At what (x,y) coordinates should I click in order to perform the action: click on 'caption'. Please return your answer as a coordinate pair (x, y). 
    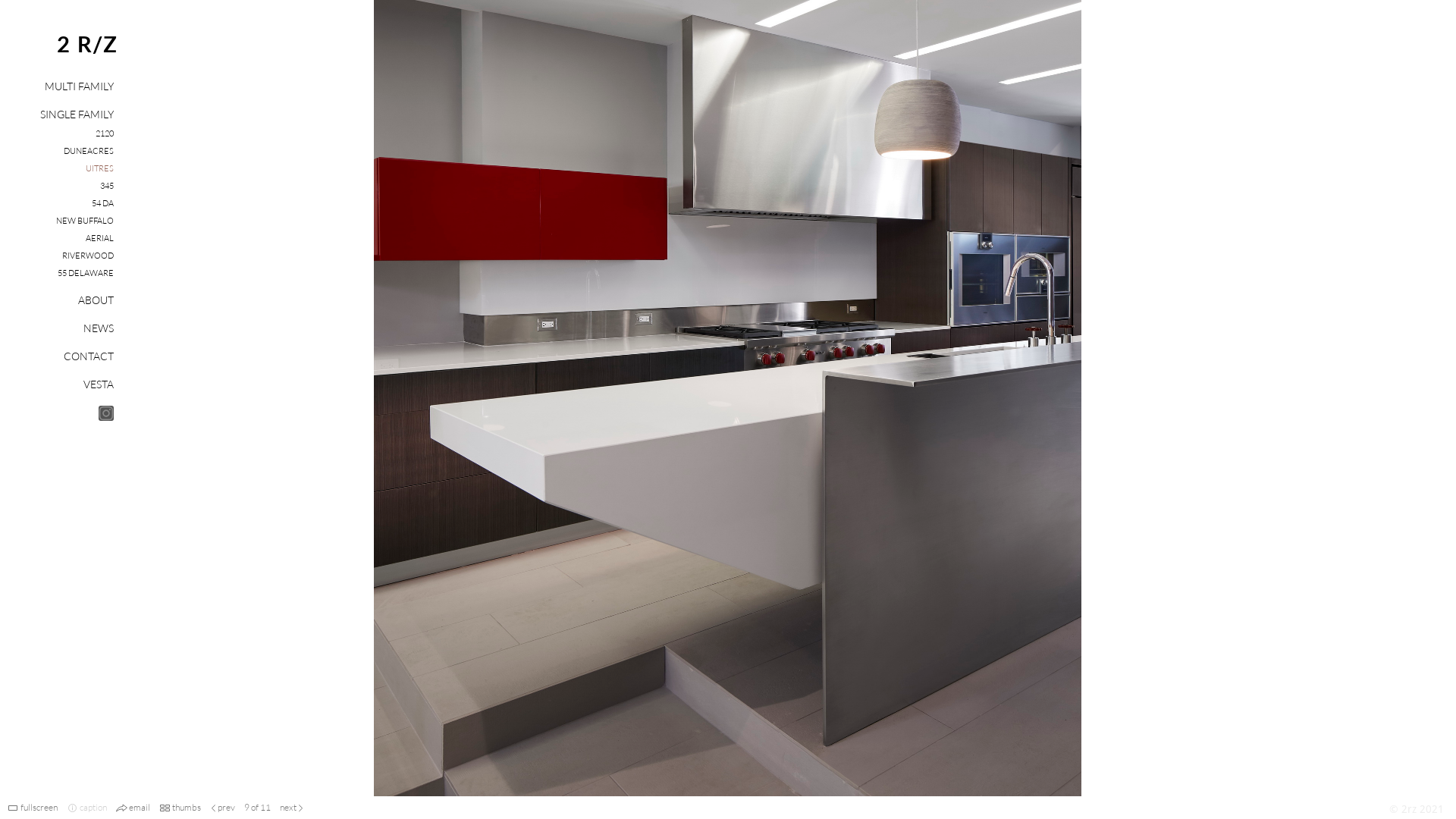
    Looking at the image, I should click on (93, 805).